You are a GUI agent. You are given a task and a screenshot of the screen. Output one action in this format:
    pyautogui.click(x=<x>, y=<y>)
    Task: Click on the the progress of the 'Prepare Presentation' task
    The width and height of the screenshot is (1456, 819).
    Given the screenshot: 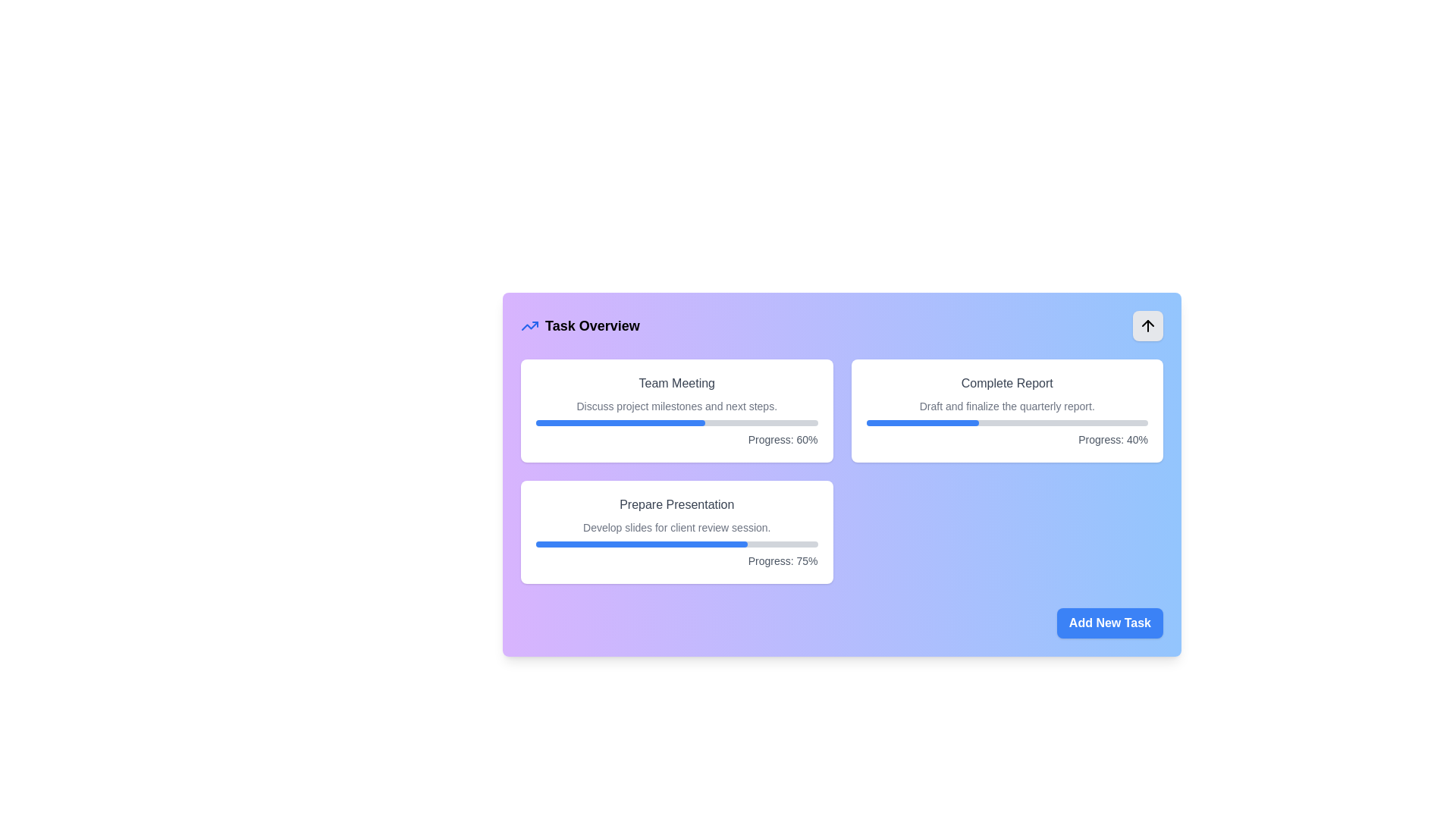 What is the action you would take?
    pyautogui.click(x=623, y=543)
    